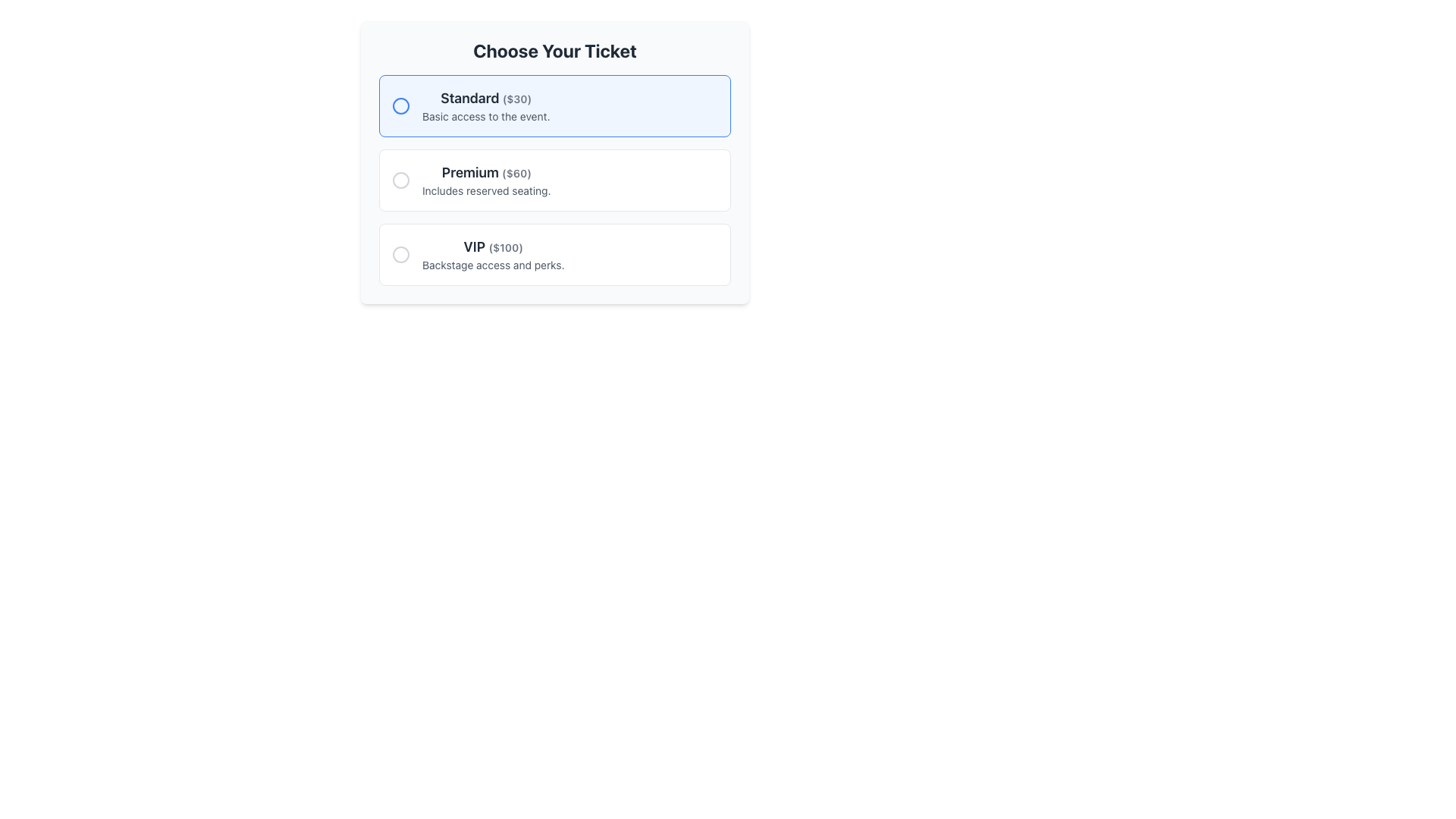 The width and height of the screenshot is (1456, 819). I want to click on the icon indicating the first selectable ticket option next to 'Standard ($30)' in the 'Choose Your Ticket' list, so click(400, 105).